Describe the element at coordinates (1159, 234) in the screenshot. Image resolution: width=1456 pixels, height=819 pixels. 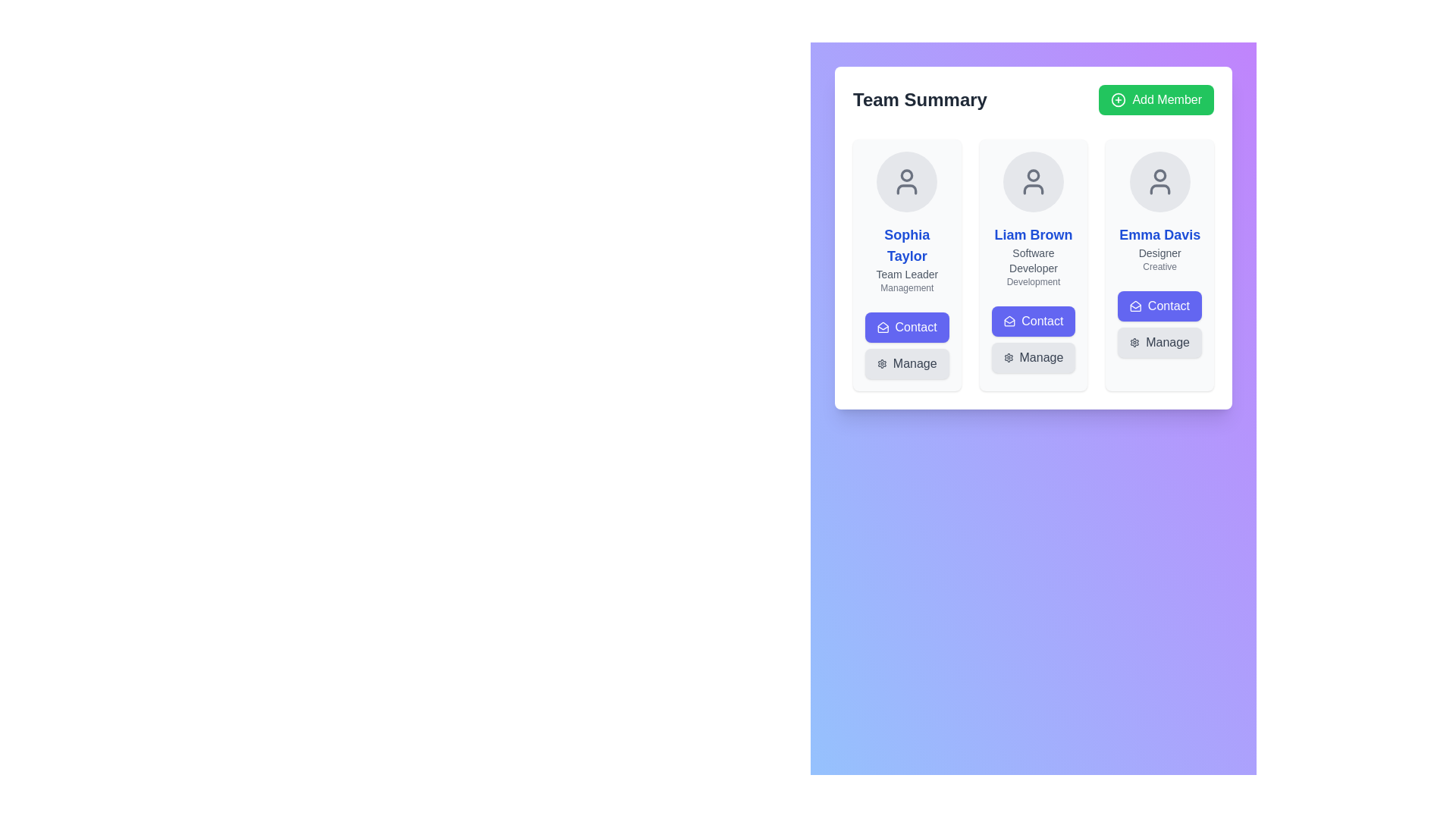
I see `the text element displaying 'Emma Davis', which is the first text element in the third card from the left, positioned below the avatar icon and above other descriptive text` at that location.